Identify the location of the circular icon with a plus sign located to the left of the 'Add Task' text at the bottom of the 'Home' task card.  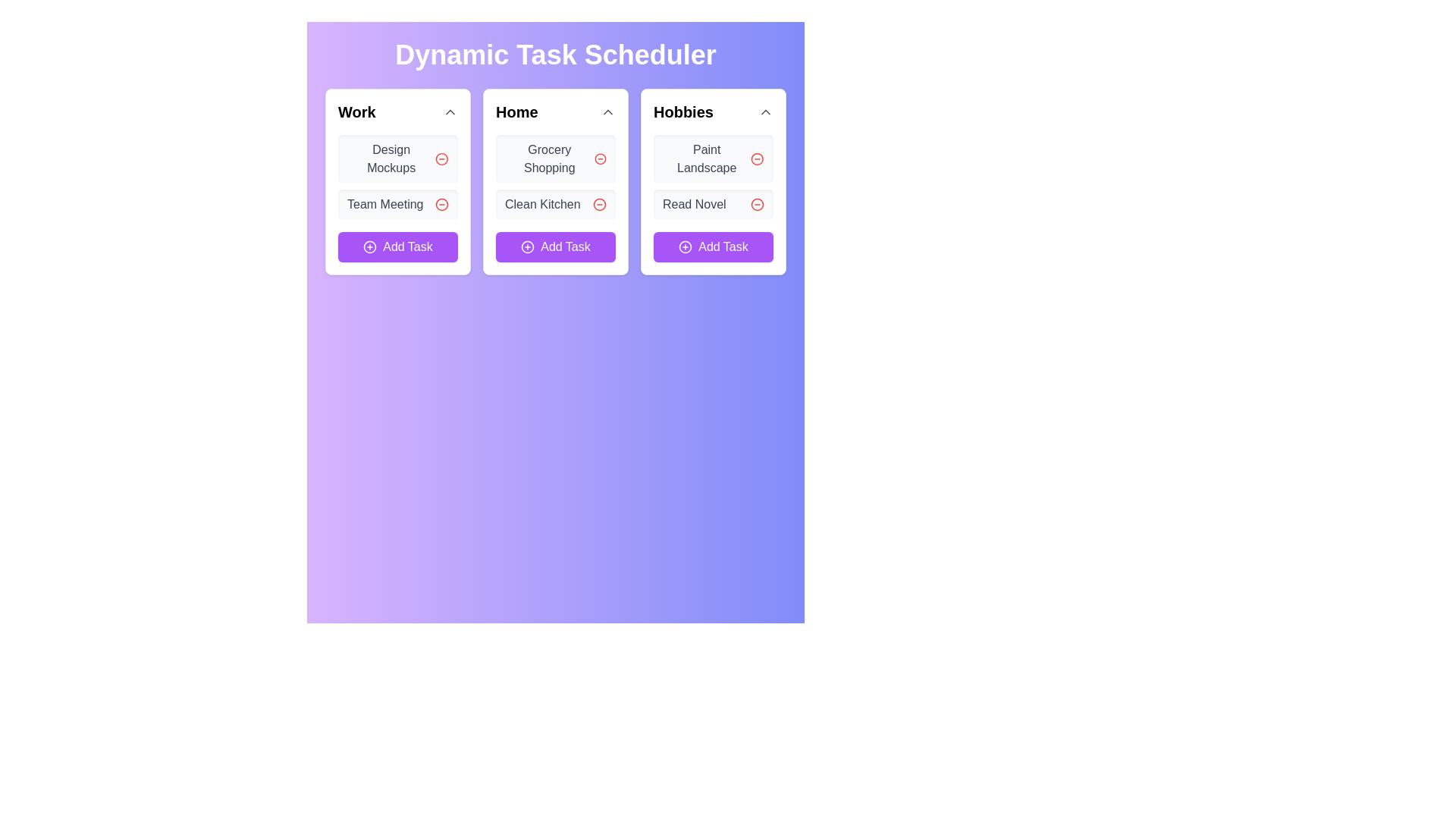
(528, 246).